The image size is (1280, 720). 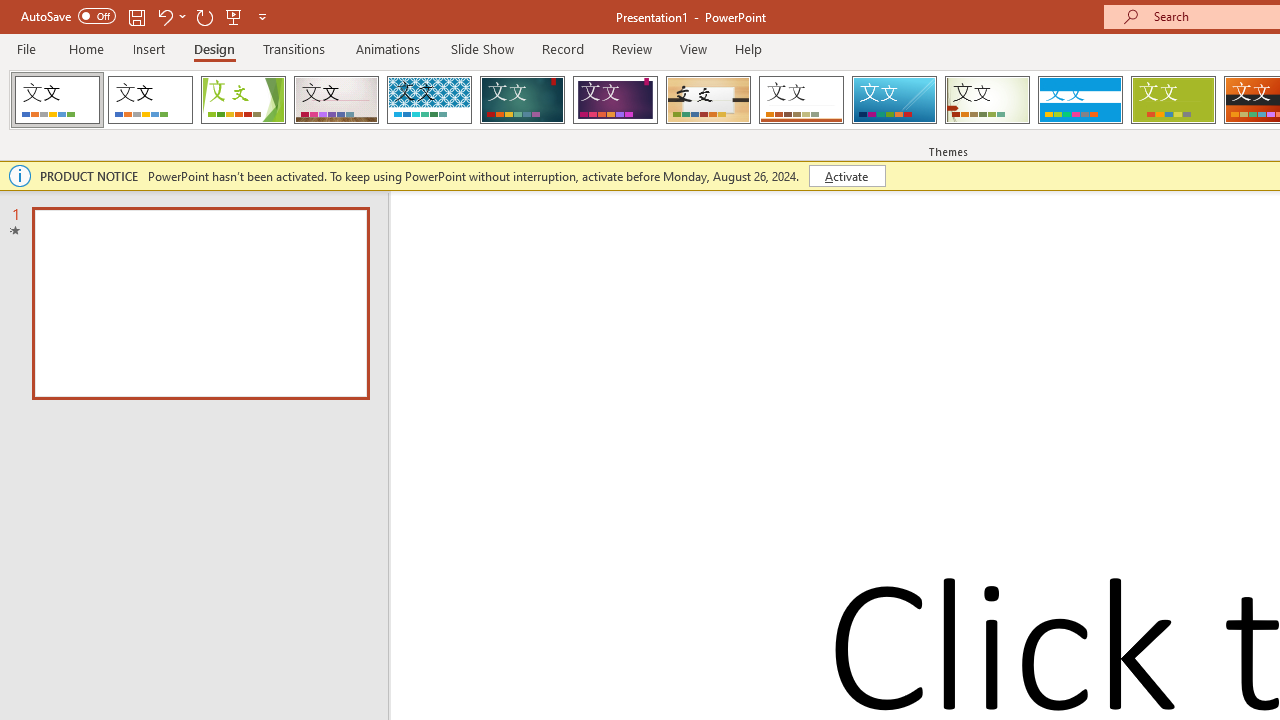 I want to click on 'Activate', so click(x=847, y=175).